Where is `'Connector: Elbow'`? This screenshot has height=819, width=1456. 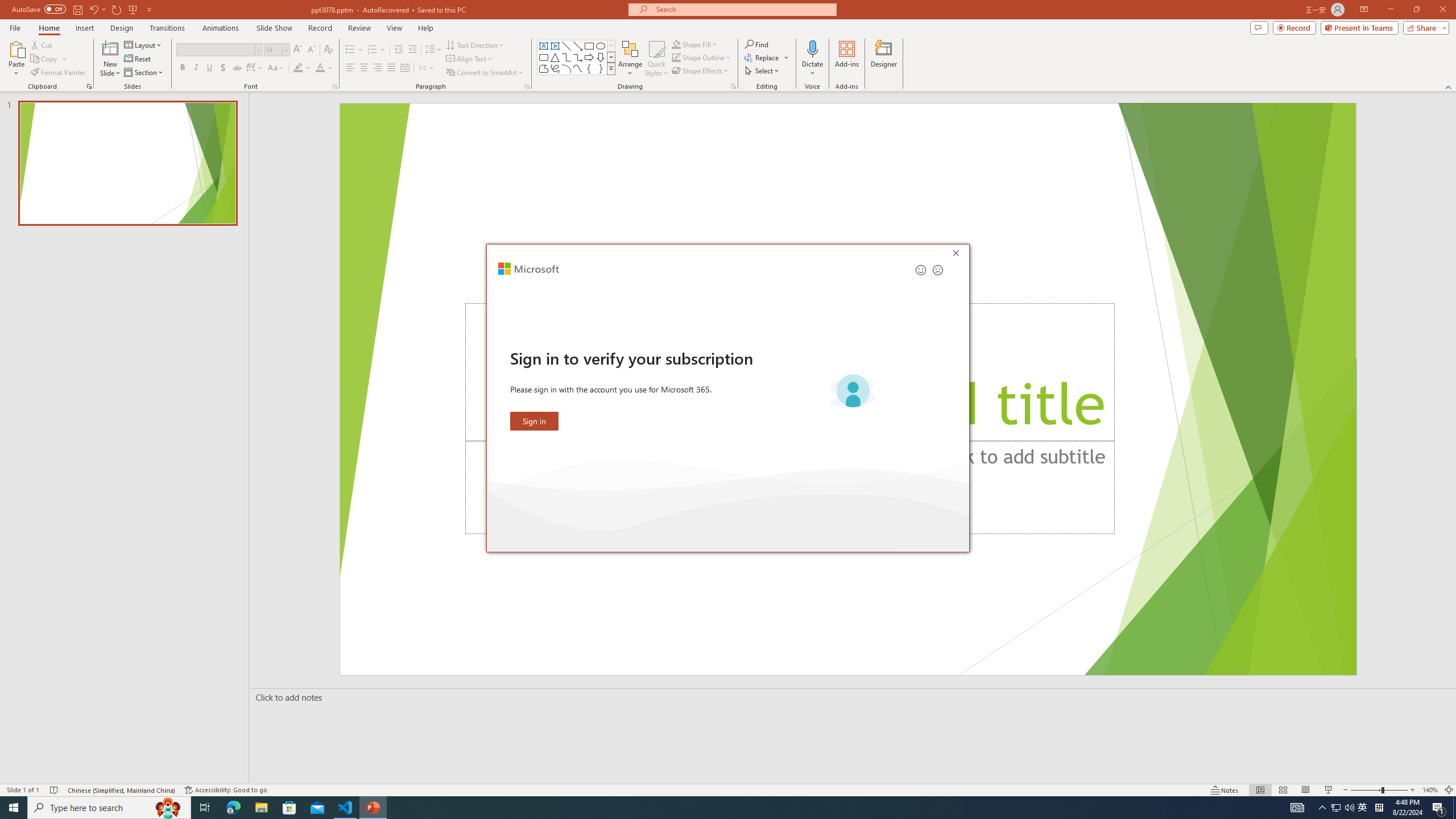 'Connector: Elbow' is located at coordinates (565, 56).